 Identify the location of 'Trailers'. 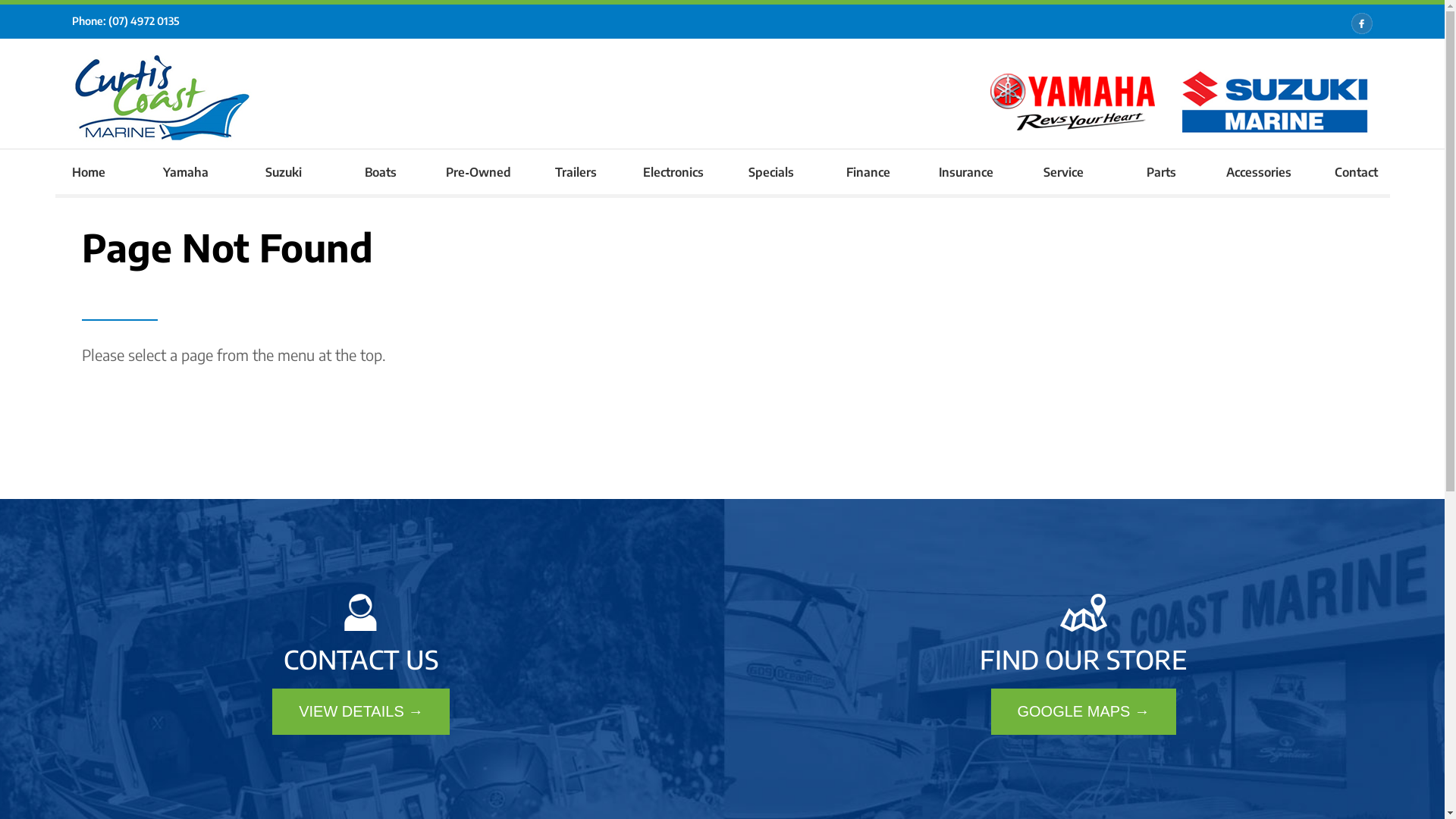
(575, 171).